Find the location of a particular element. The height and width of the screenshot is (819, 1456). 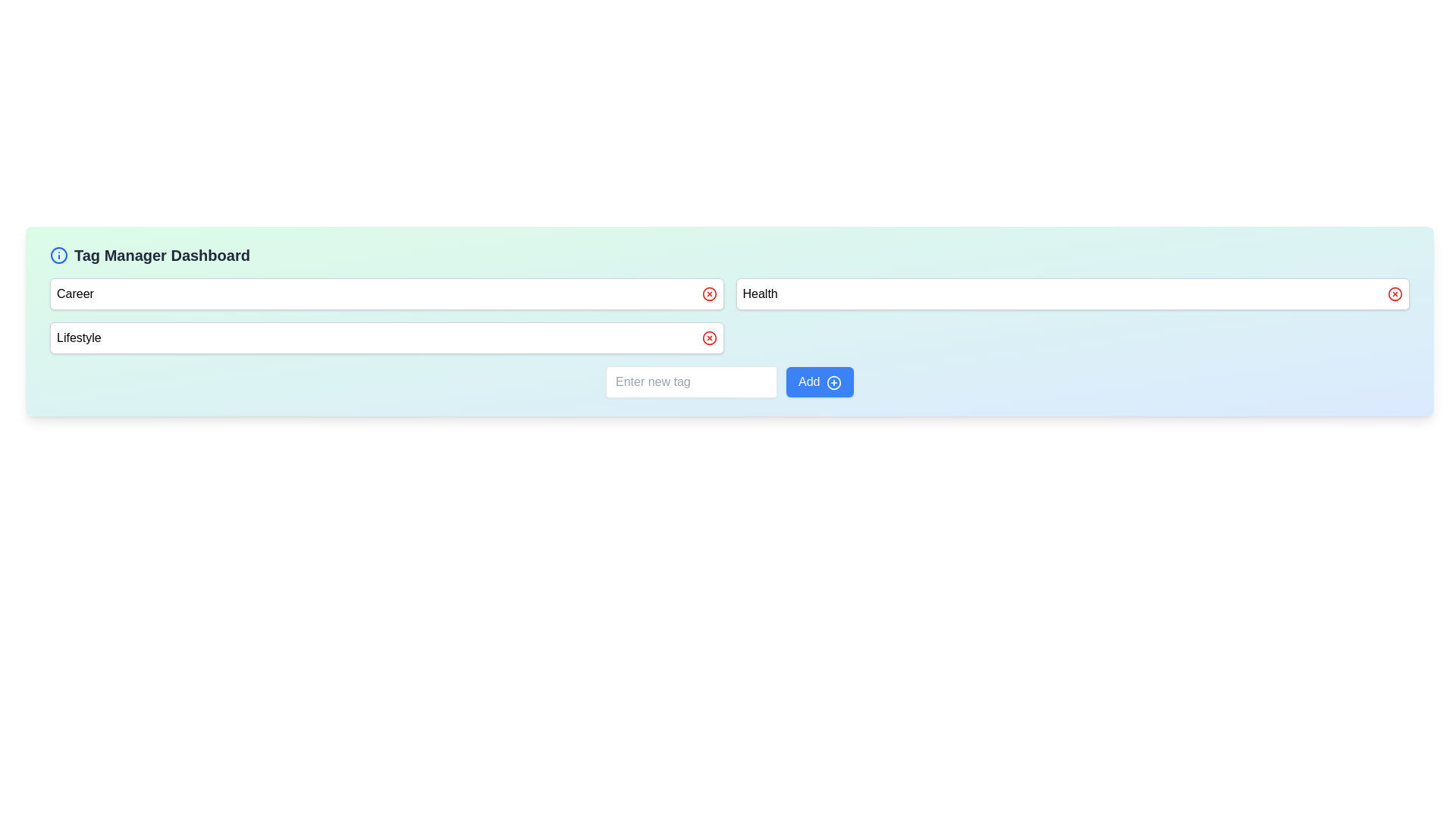

the button located at the far right of the row containing the label 'Lifestyle' is located at coordinates (708, 337).